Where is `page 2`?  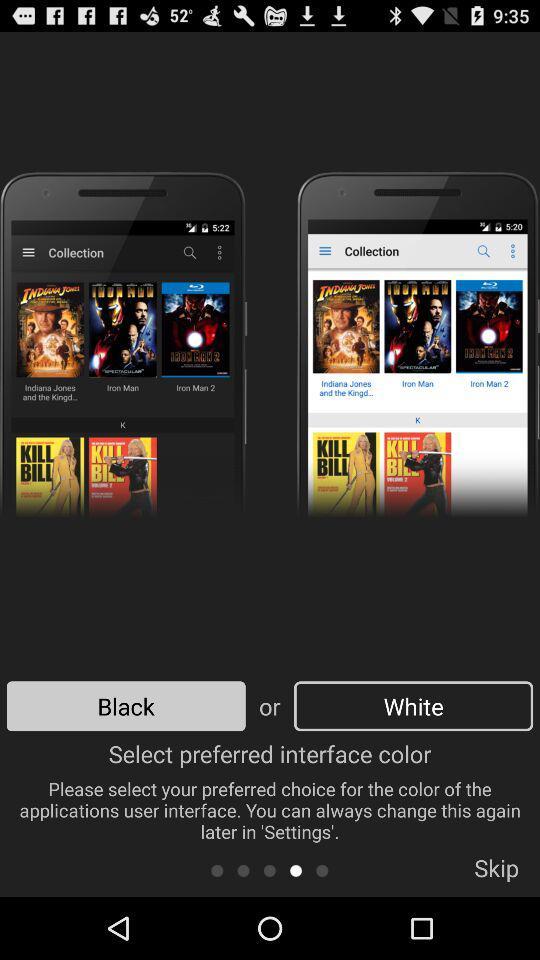 page 2 is located at coordinates (243, 869).